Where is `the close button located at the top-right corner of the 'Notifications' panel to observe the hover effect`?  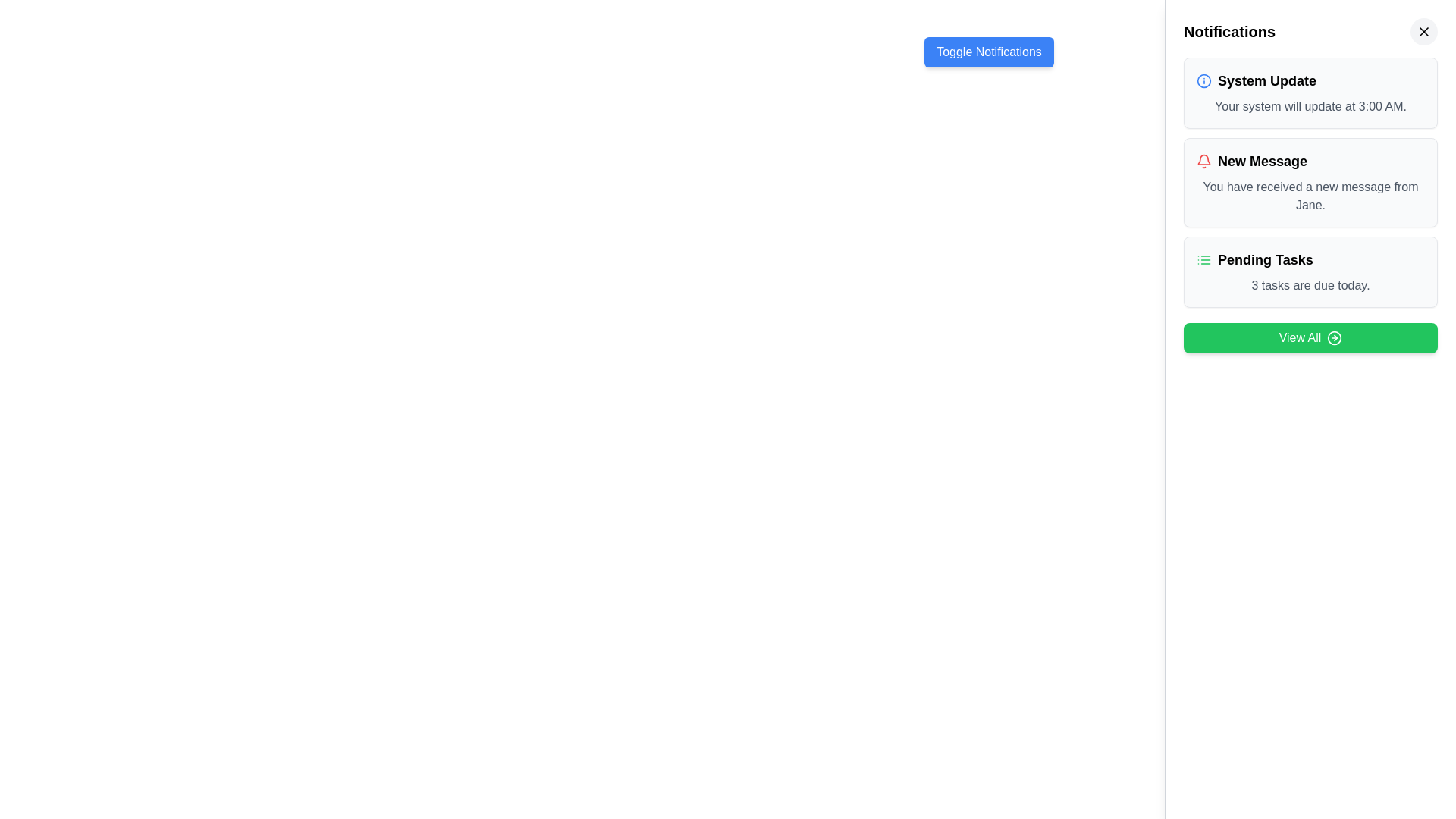 the close button located at the top-right corner of the 'Notifications' panel to observe the hover effect is located at coordinates (1423, 32).